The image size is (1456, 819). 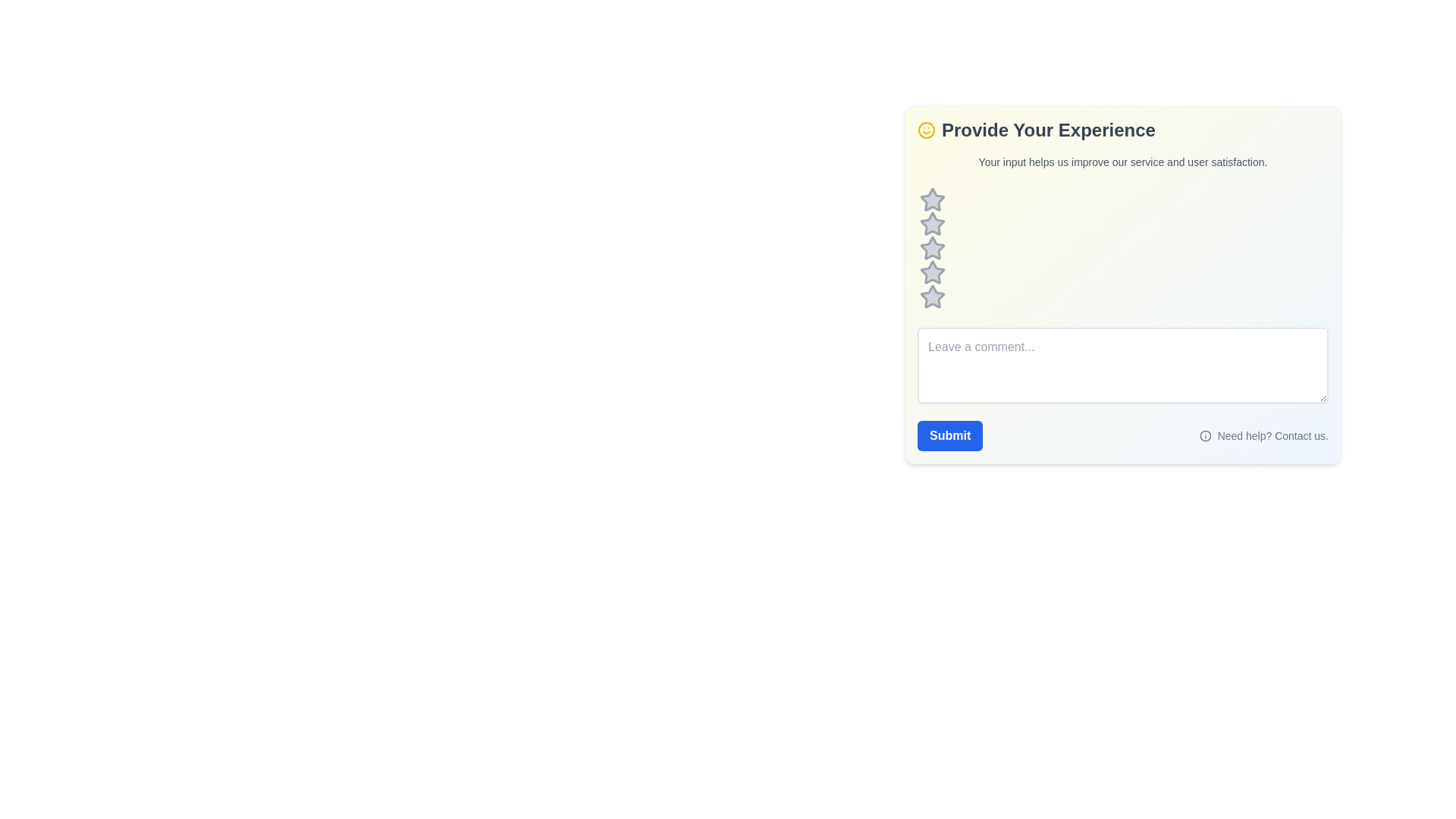 What do you see at coordinates (931, 247) in the screenshot?
I see `the third star-shaped rating icon, which is part of a vertical list of five stars in the feedback form box` at bounding box center [931, 247].